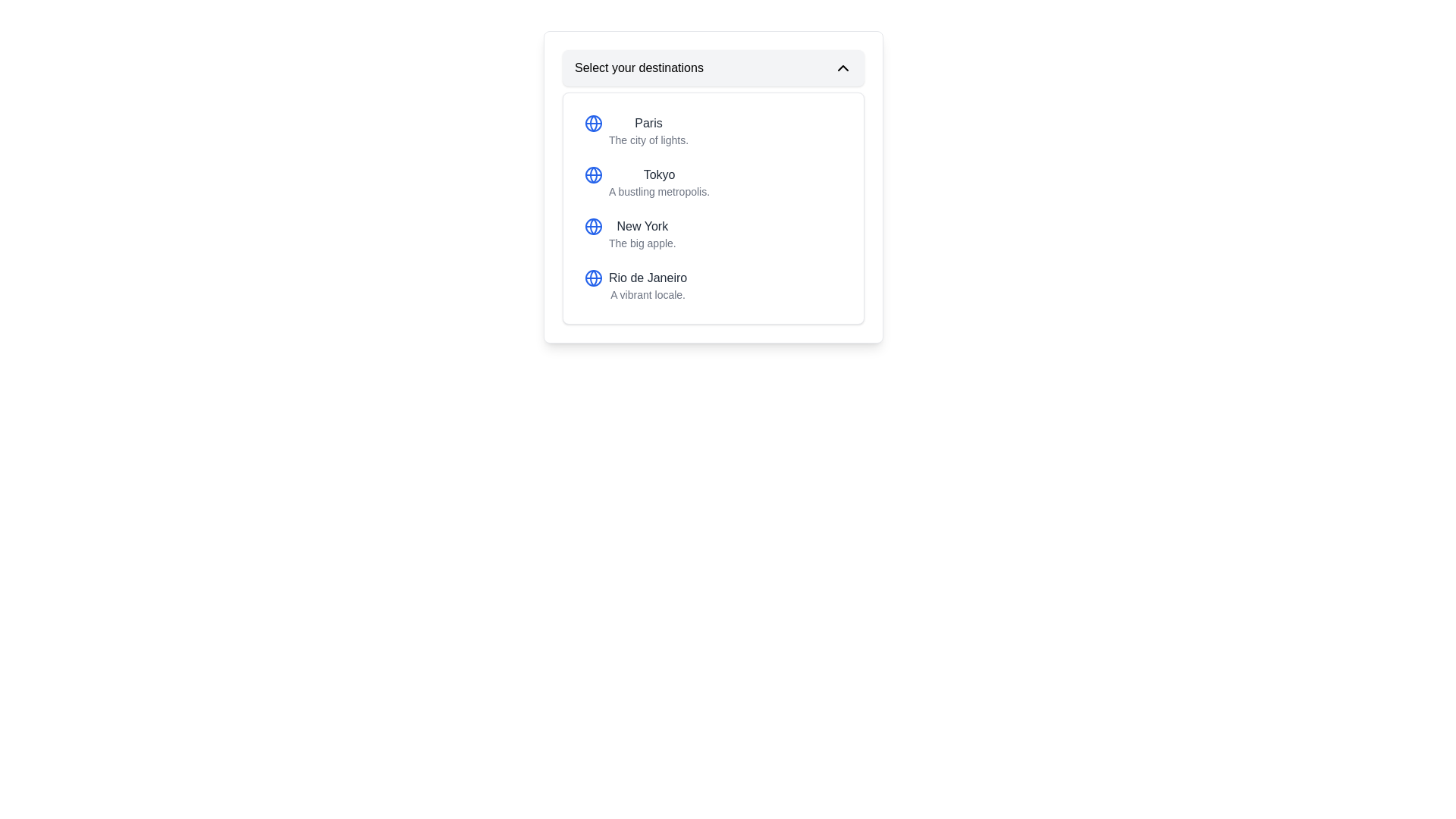 Image resolution: width=1456 pixels, height=819 pixels. What do you see at coordinates (647, 181) in the screenshot?
I see `the List item for 'Tokyo', which features a globe icon and the subtitle 'A bustling metropolis'` at bounding box center [647, 181].